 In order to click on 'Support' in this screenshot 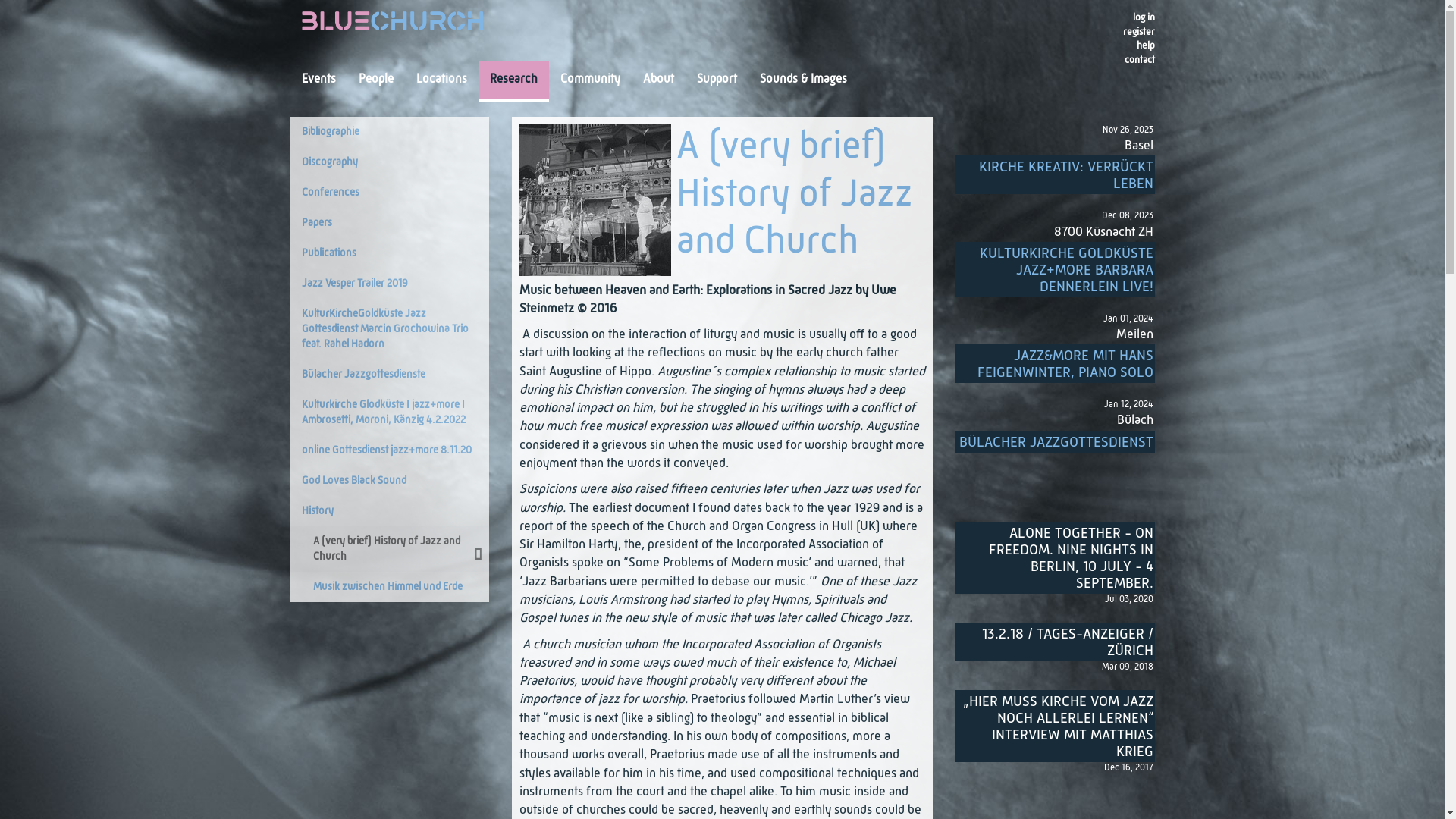, I will do `click(716, 79)`.